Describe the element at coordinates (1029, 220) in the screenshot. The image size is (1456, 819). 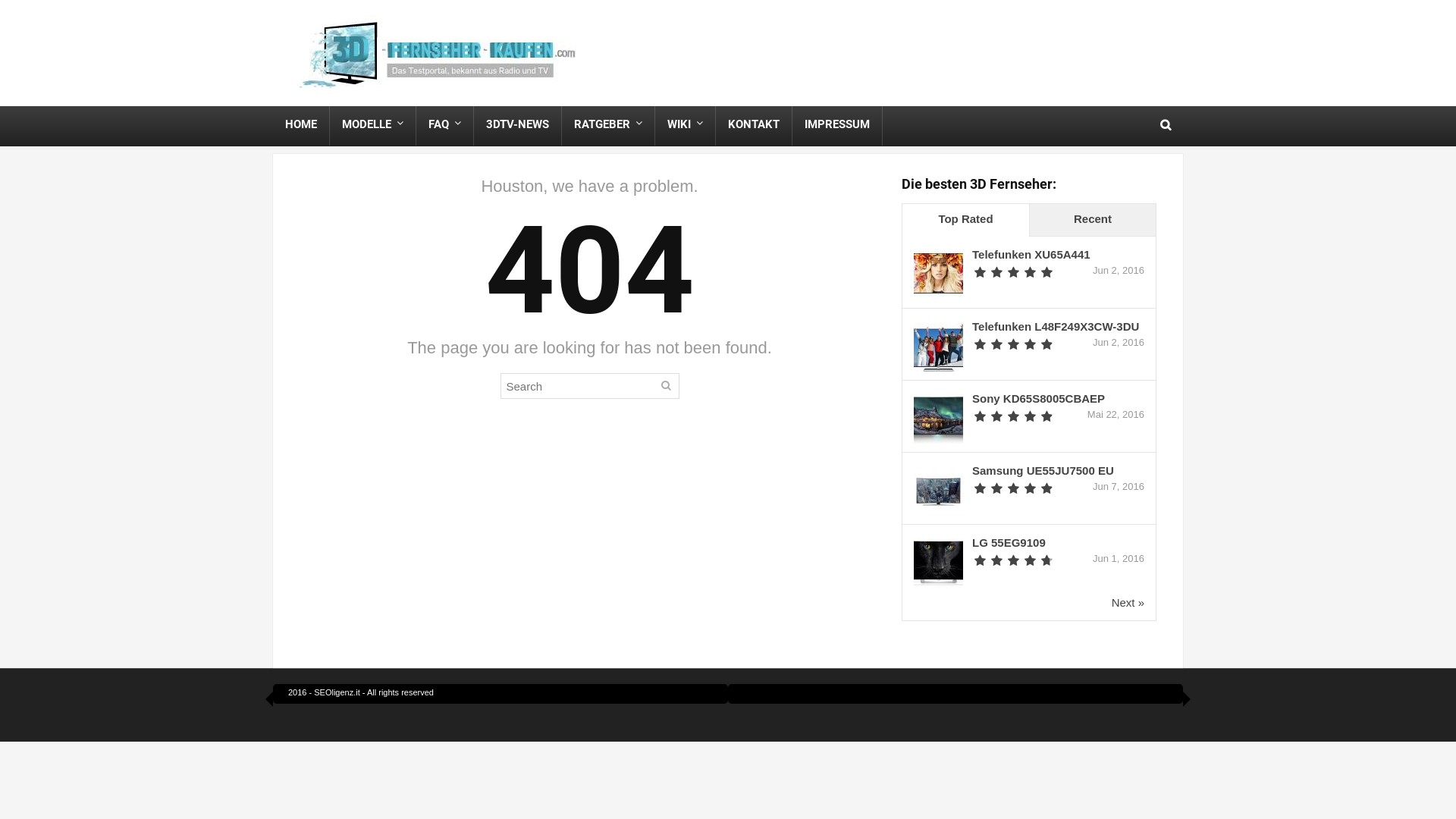
I see `'Recent'` at that location.